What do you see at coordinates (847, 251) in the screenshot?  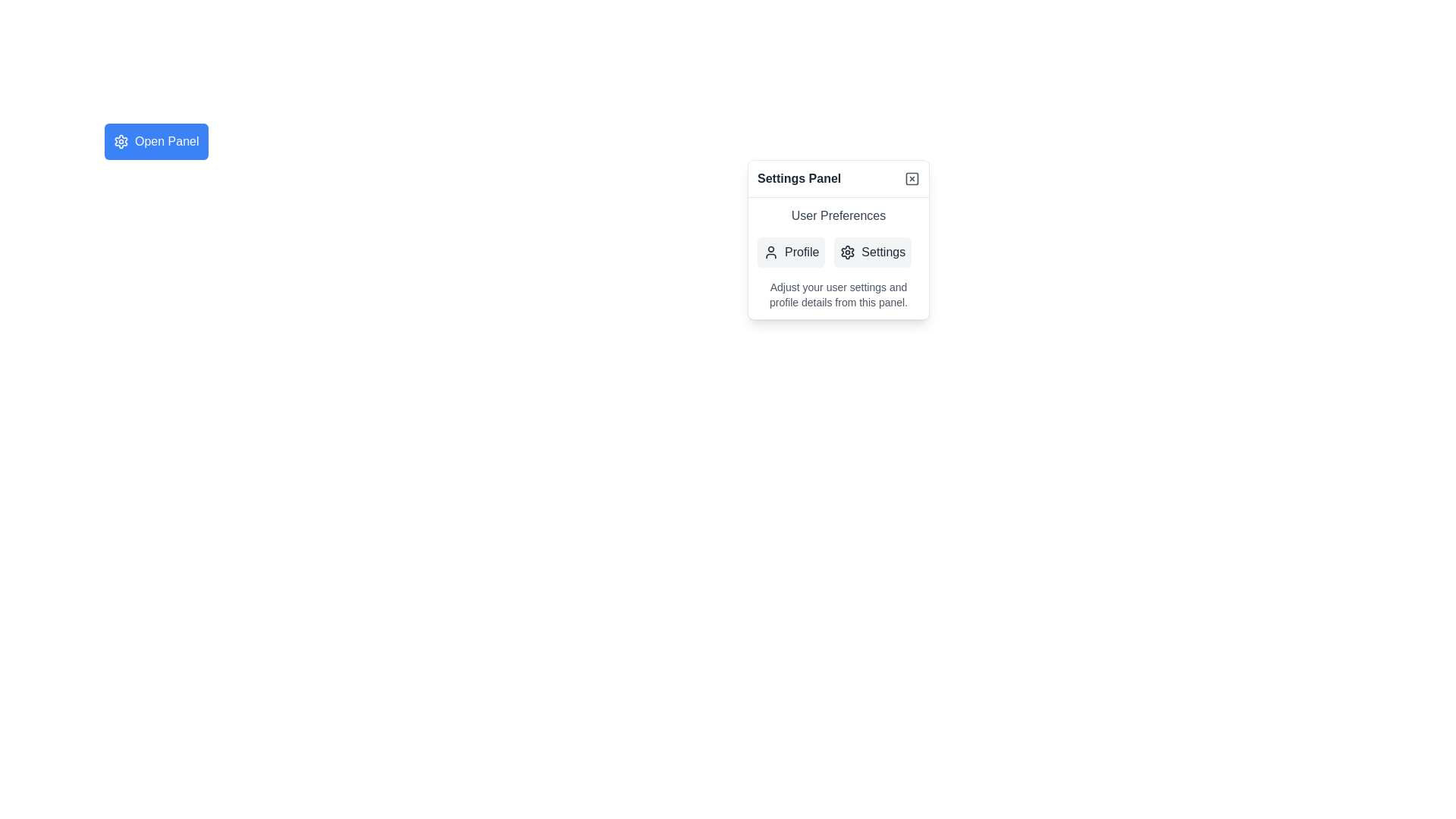 I see `the gear-shaped icon representing settings, which is located within the 'Settings' button on the 'Settings Panel'` at bounding box center [847, 251].